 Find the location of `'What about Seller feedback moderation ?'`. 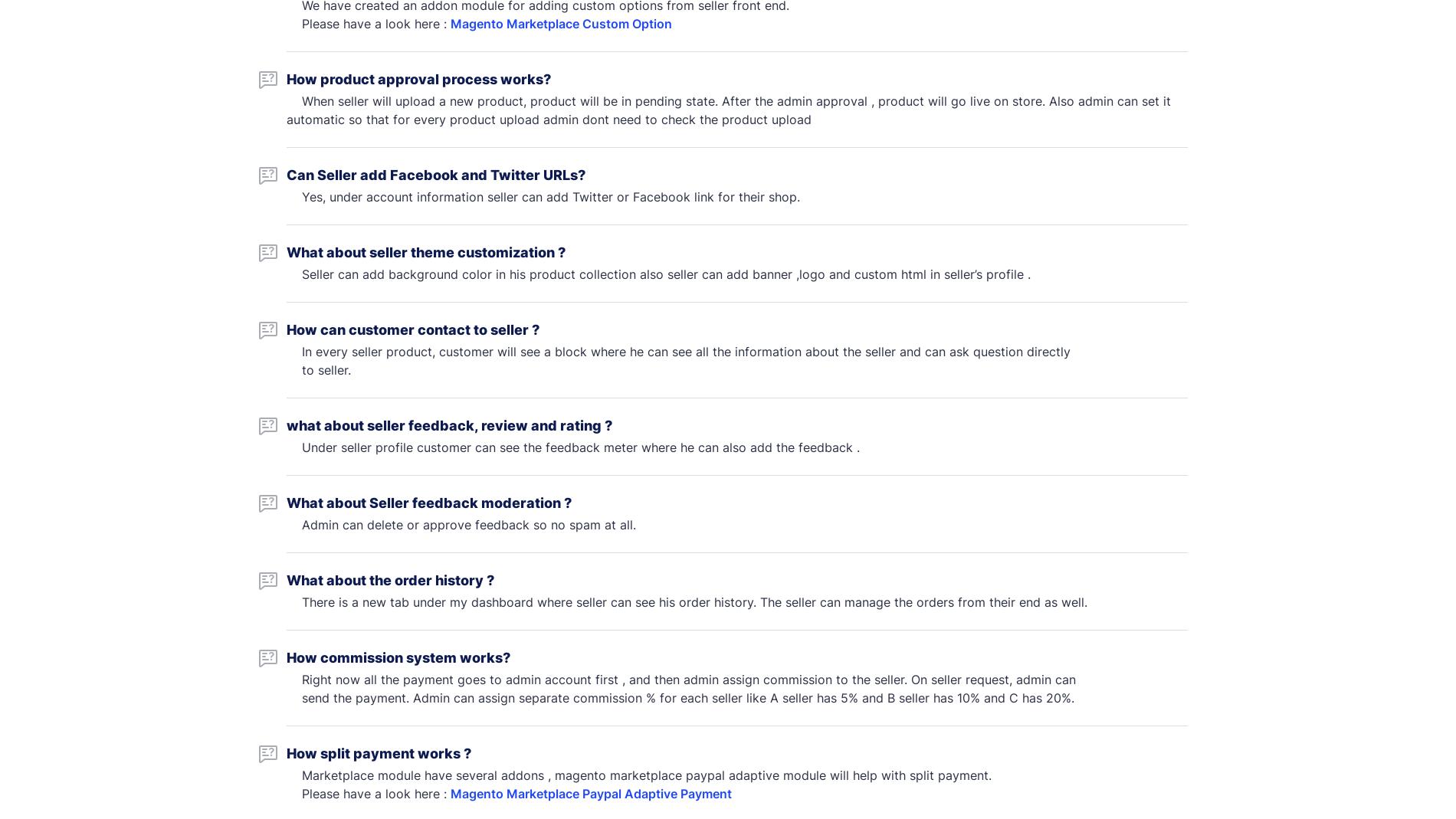

'What about Seller feedback moderation ?' is located at coordinates (428, 502).